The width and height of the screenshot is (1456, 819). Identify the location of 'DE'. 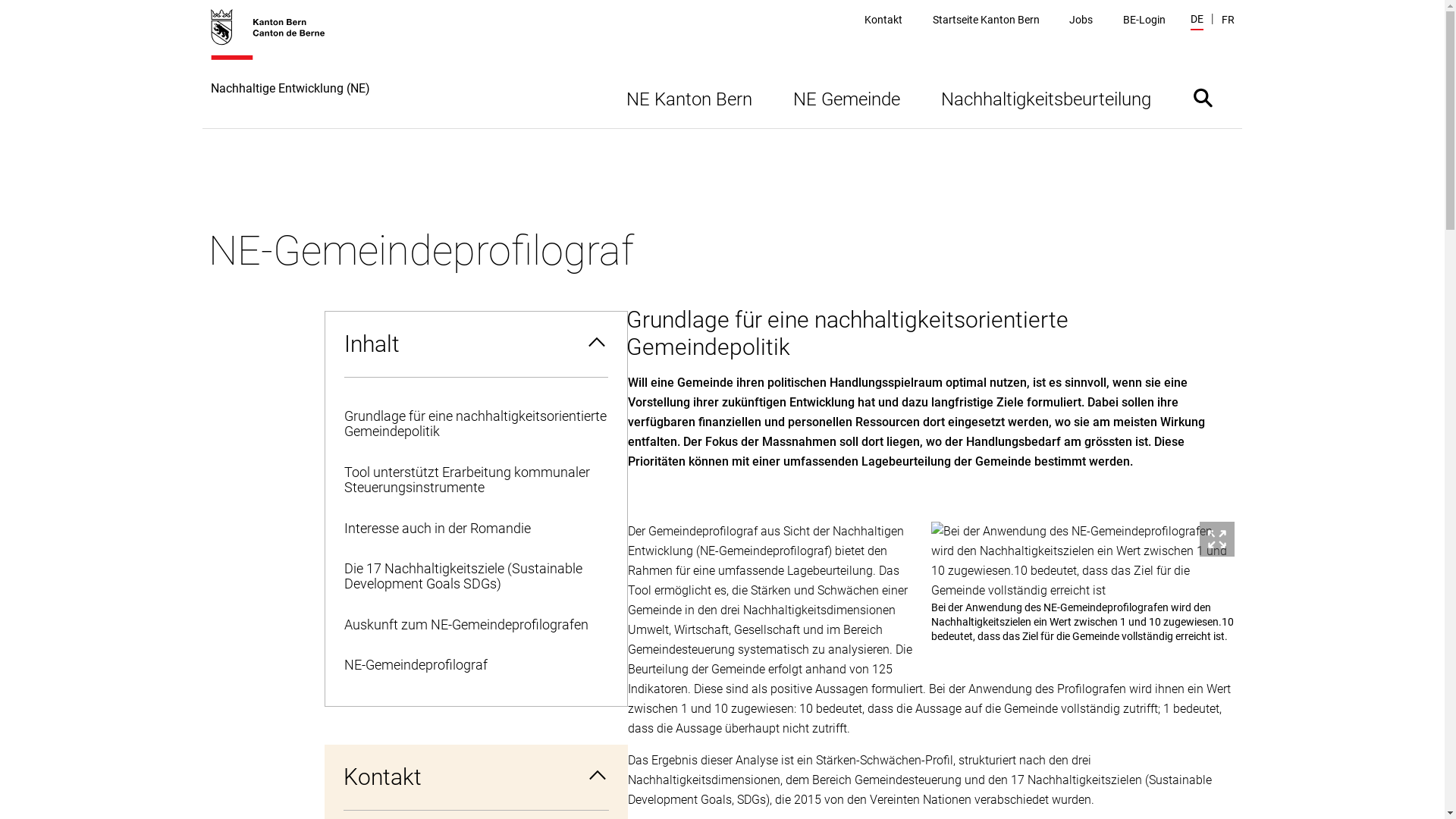
(1196, 20).